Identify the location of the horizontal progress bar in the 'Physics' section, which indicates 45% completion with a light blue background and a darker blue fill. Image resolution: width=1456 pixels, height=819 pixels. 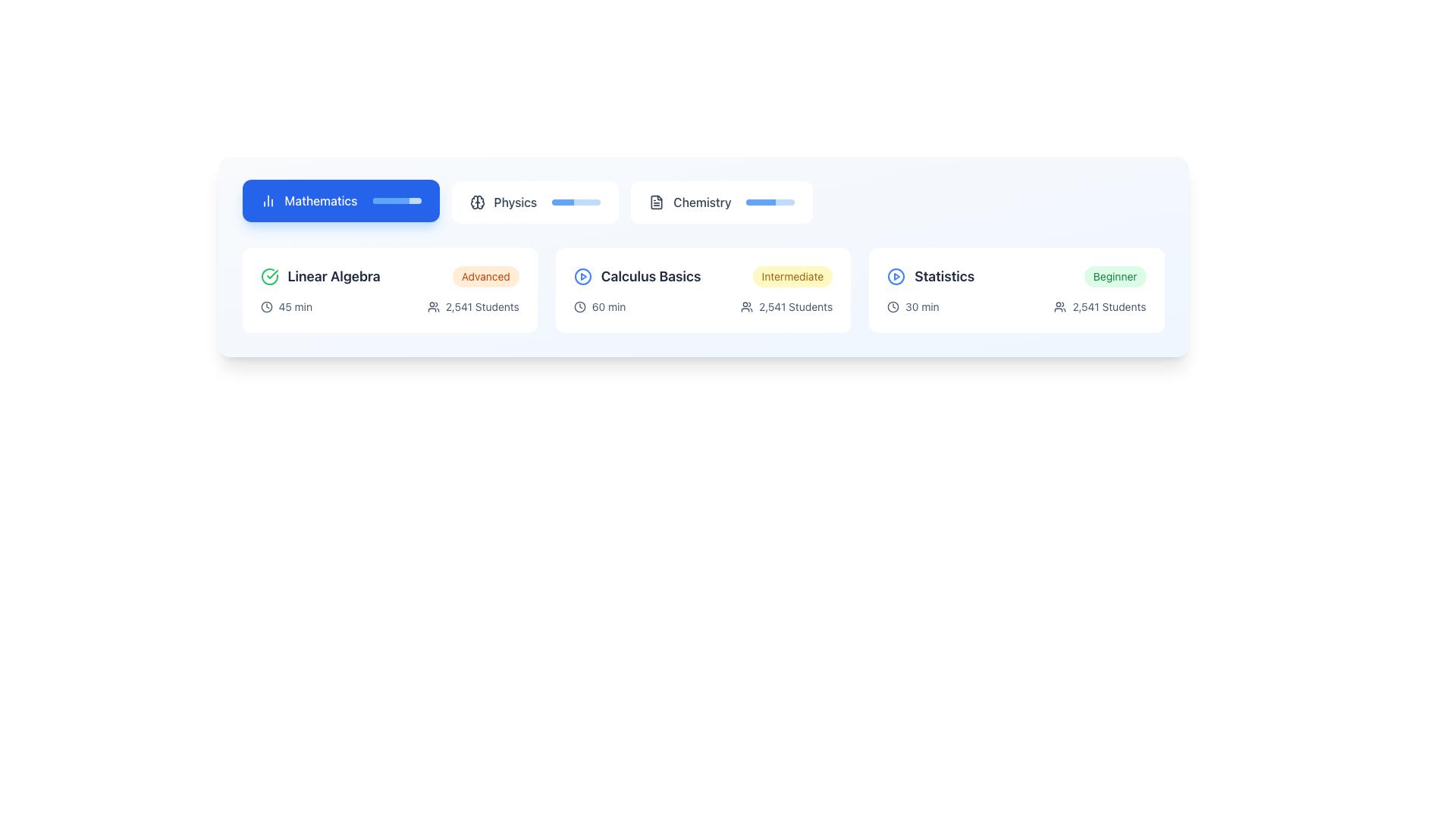
(576, 201).